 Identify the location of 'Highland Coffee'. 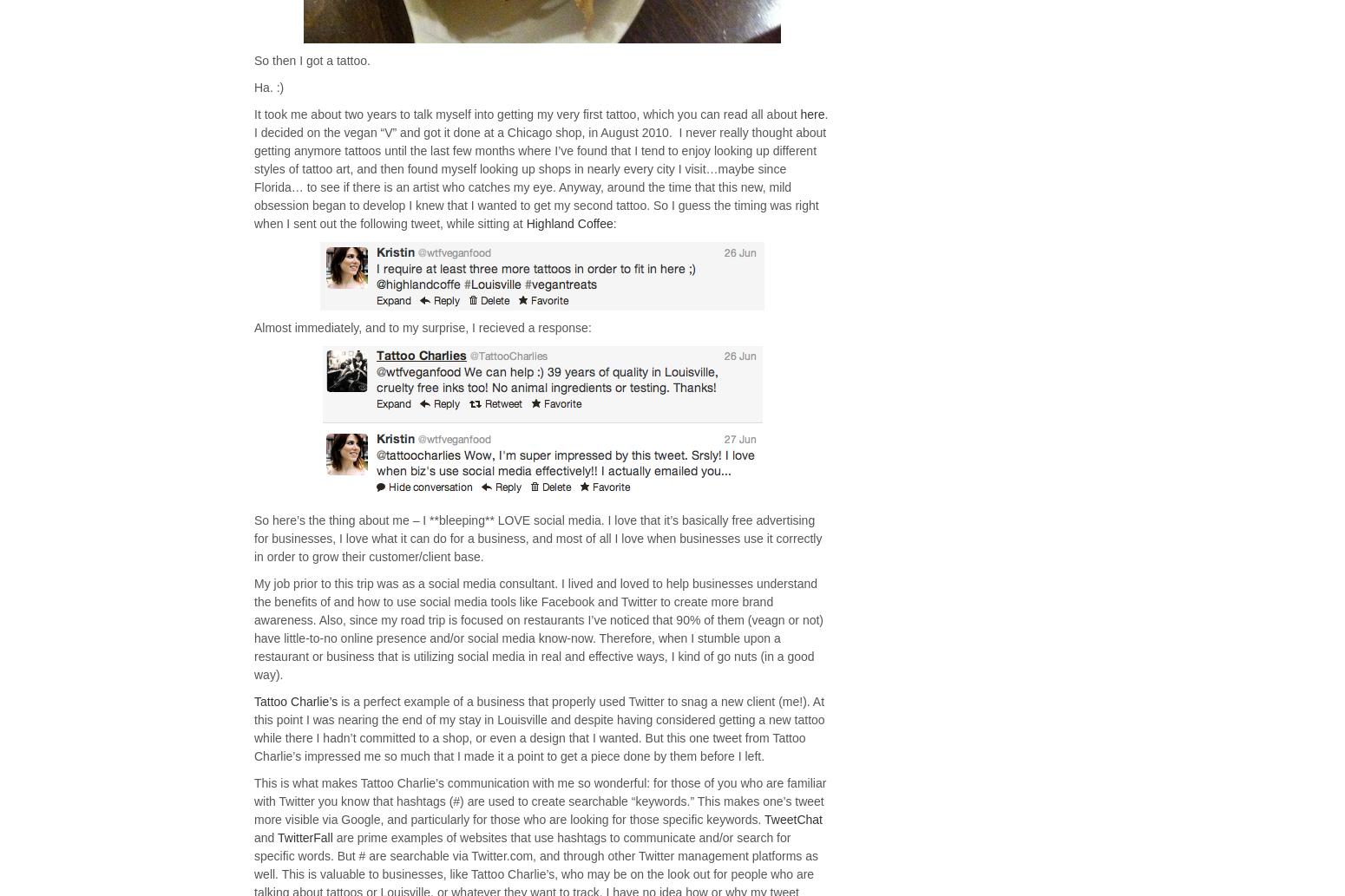
(568, 223).